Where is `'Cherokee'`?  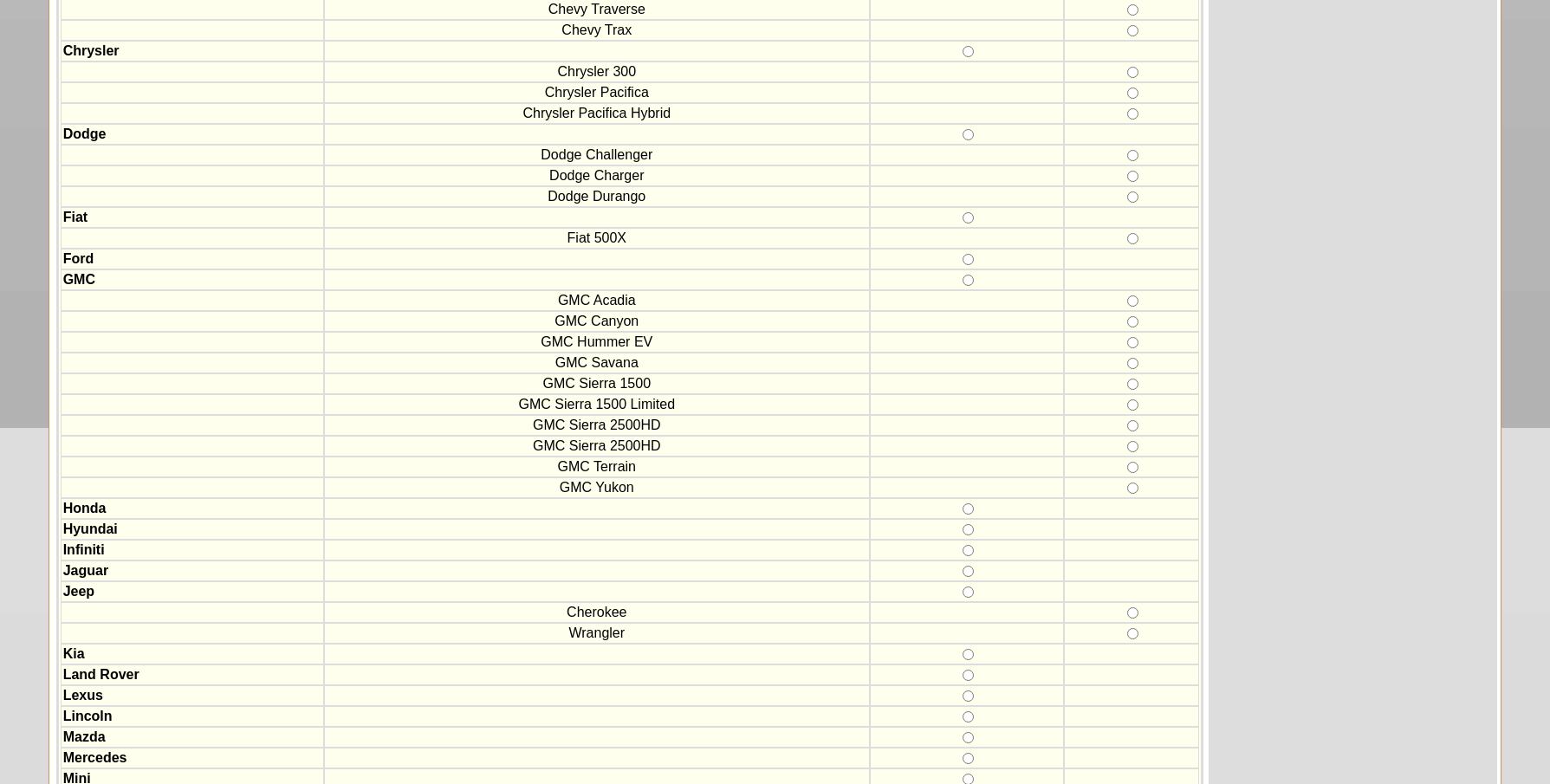 'Cherokee' is located at coordinates (596, 611).